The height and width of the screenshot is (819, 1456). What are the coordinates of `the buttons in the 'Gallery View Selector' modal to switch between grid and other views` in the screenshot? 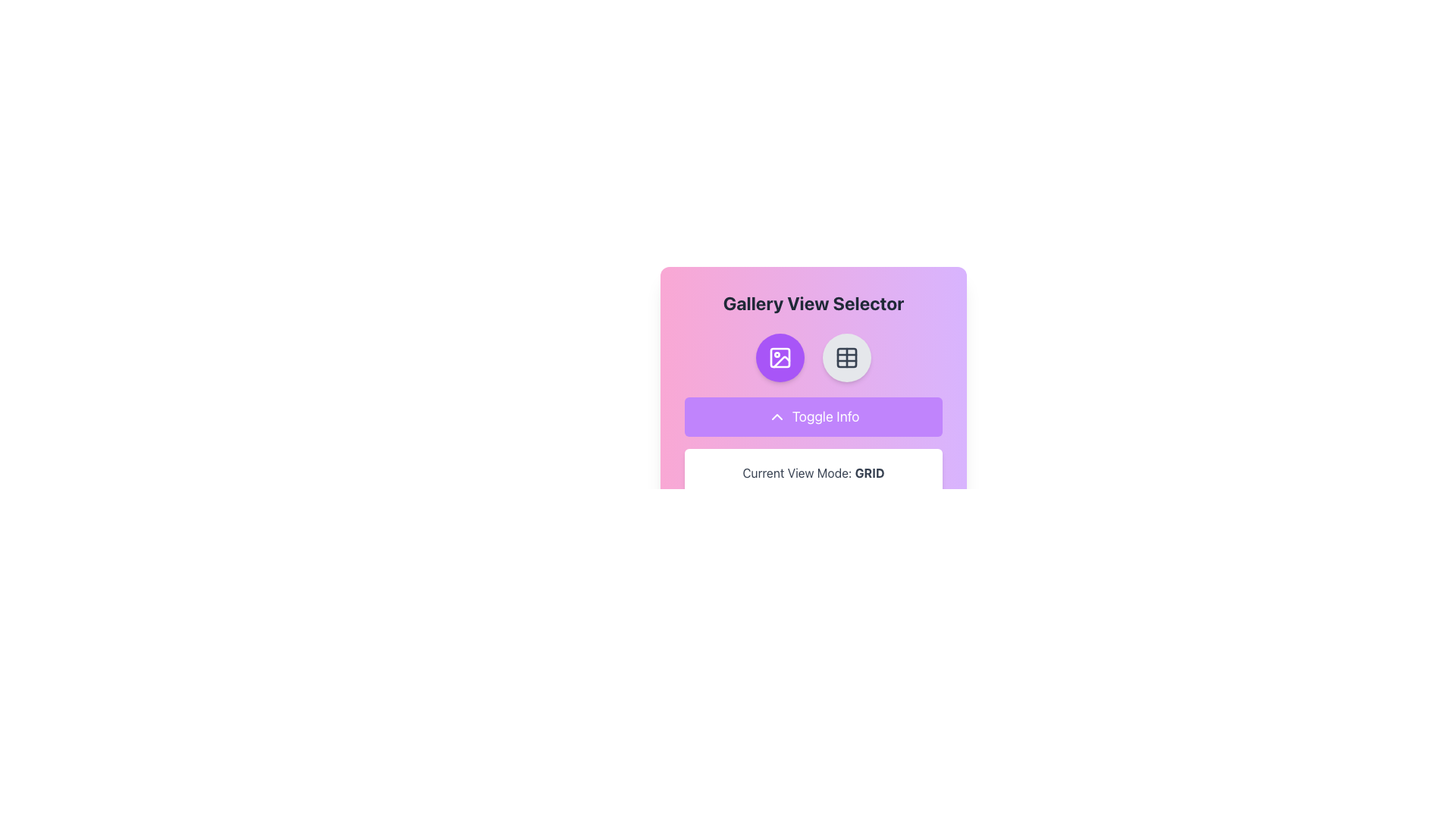 It's located at (813, 369).